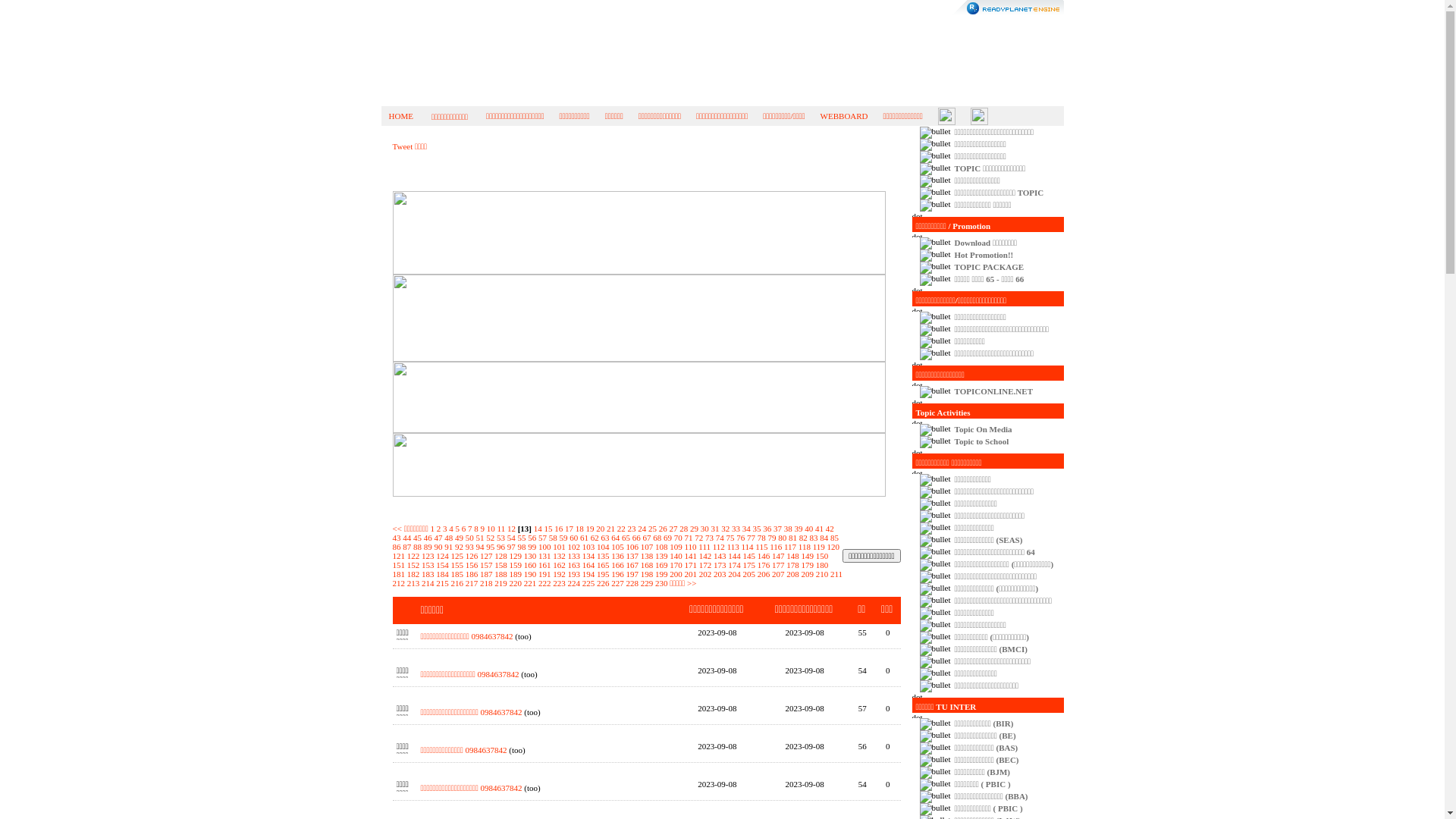  Describe the element at coordinates (393, 582) in the screenshot. I see `'212'` at that location.